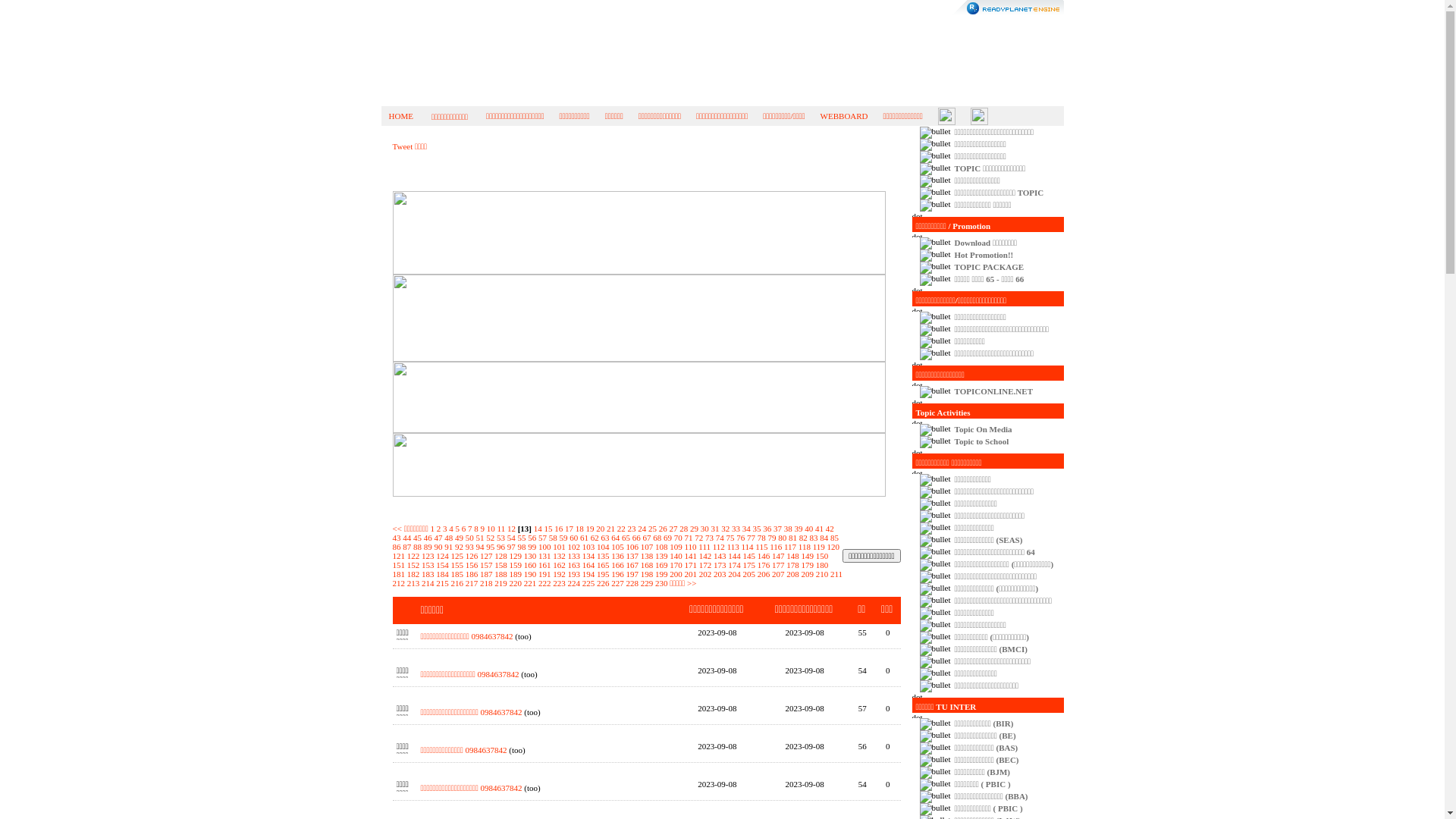  Describe the element at coordinates (393, 582) in the screenshot. I see `'212'` at that location.